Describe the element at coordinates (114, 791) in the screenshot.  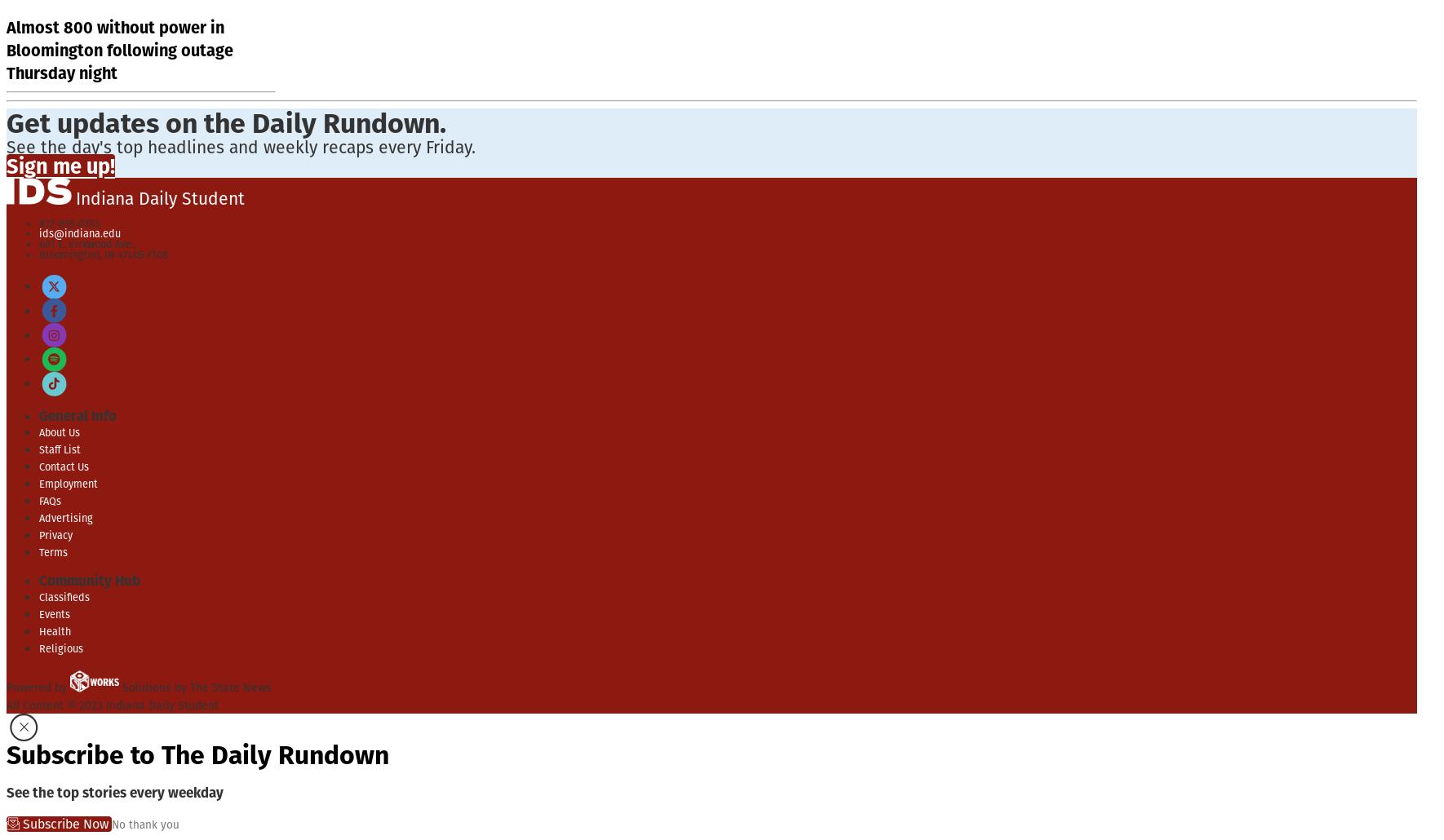
I see `'See the top stories every weekday'` at that location.